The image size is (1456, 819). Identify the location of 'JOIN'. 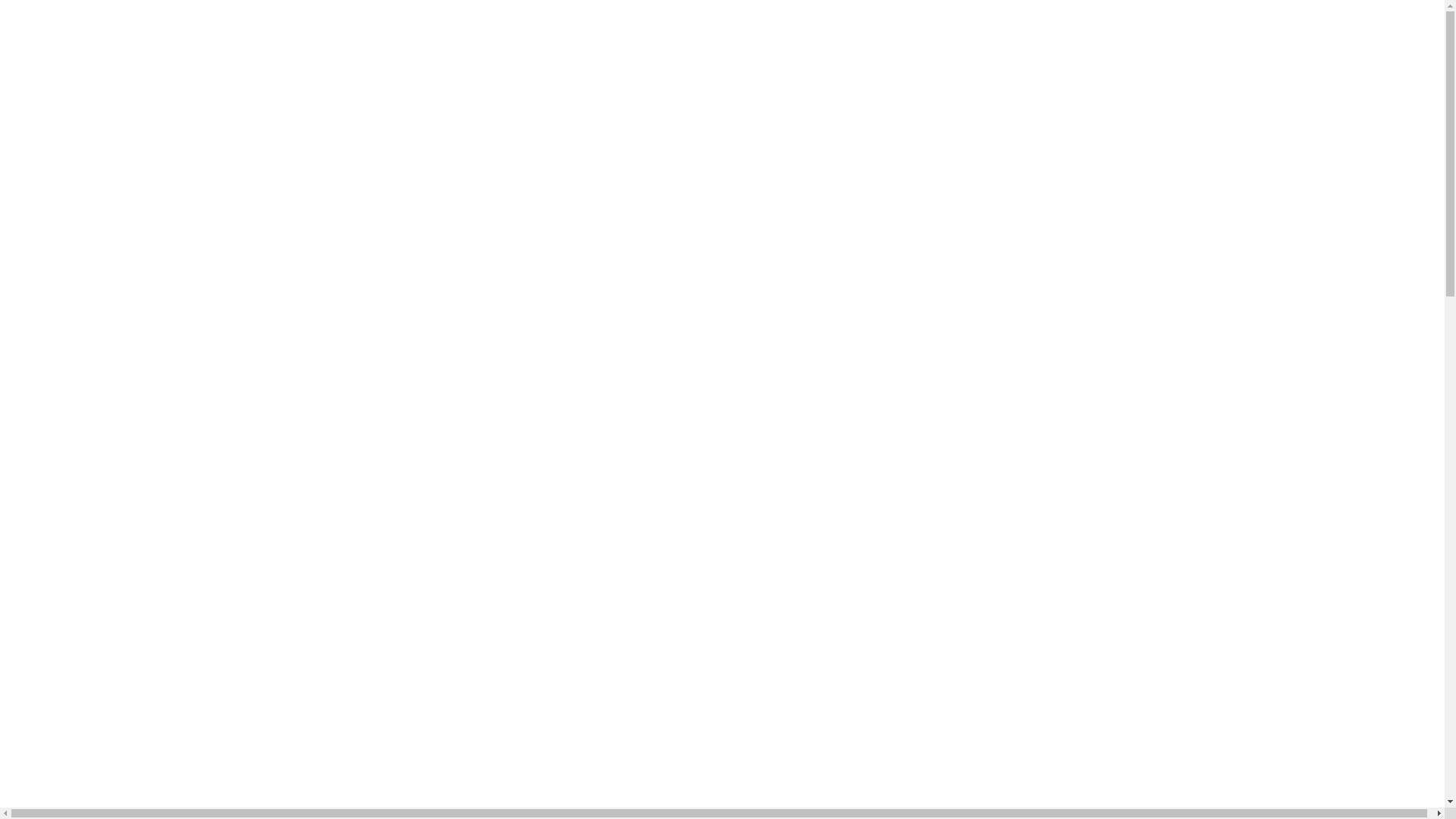
(49, 79).